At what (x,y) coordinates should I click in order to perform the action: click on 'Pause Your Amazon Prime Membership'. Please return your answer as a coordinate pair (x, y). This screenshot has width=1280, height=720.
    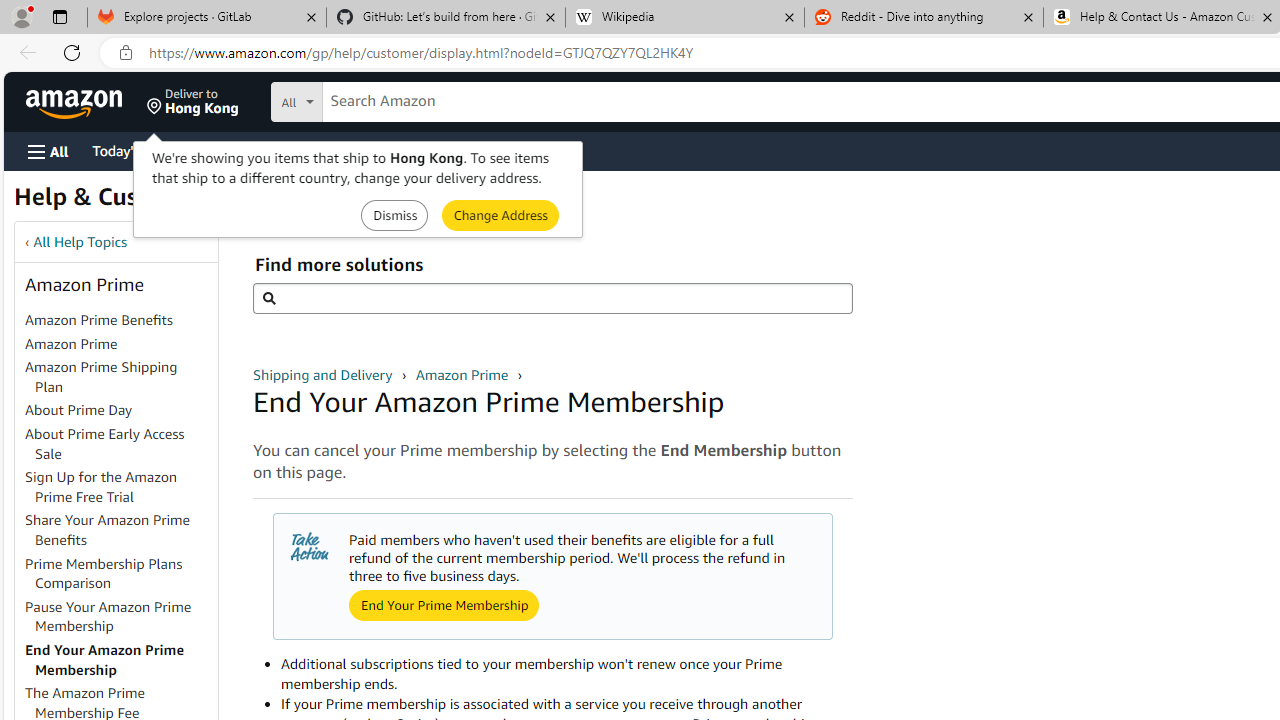
    Looking at the image, I should click on (107, 615).